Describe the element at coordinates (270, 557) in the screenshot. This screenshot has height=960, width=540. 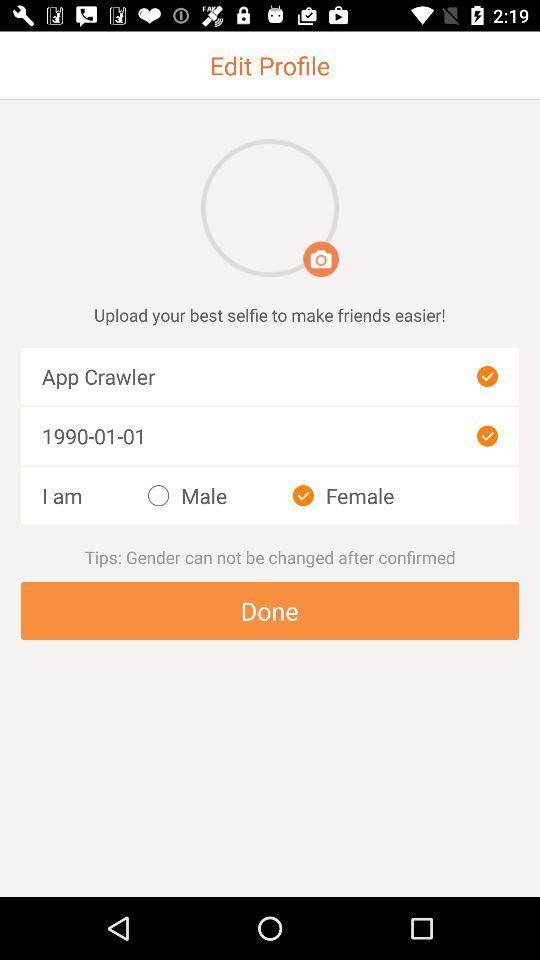
I see `tap on the text above the button done` at that location.